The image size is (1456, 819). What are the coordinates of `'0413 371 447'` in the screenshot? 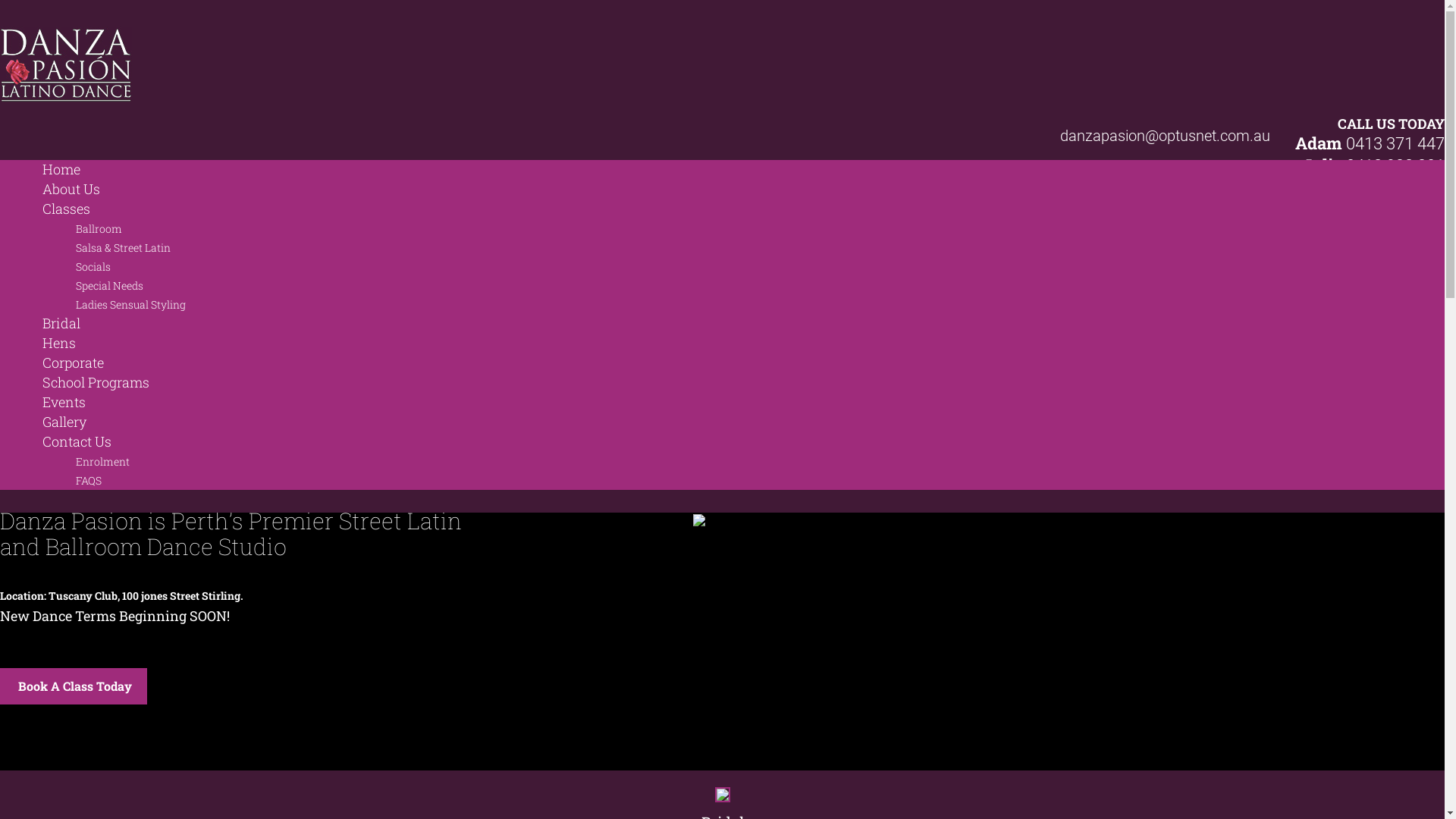 It's located at (1346, 143).